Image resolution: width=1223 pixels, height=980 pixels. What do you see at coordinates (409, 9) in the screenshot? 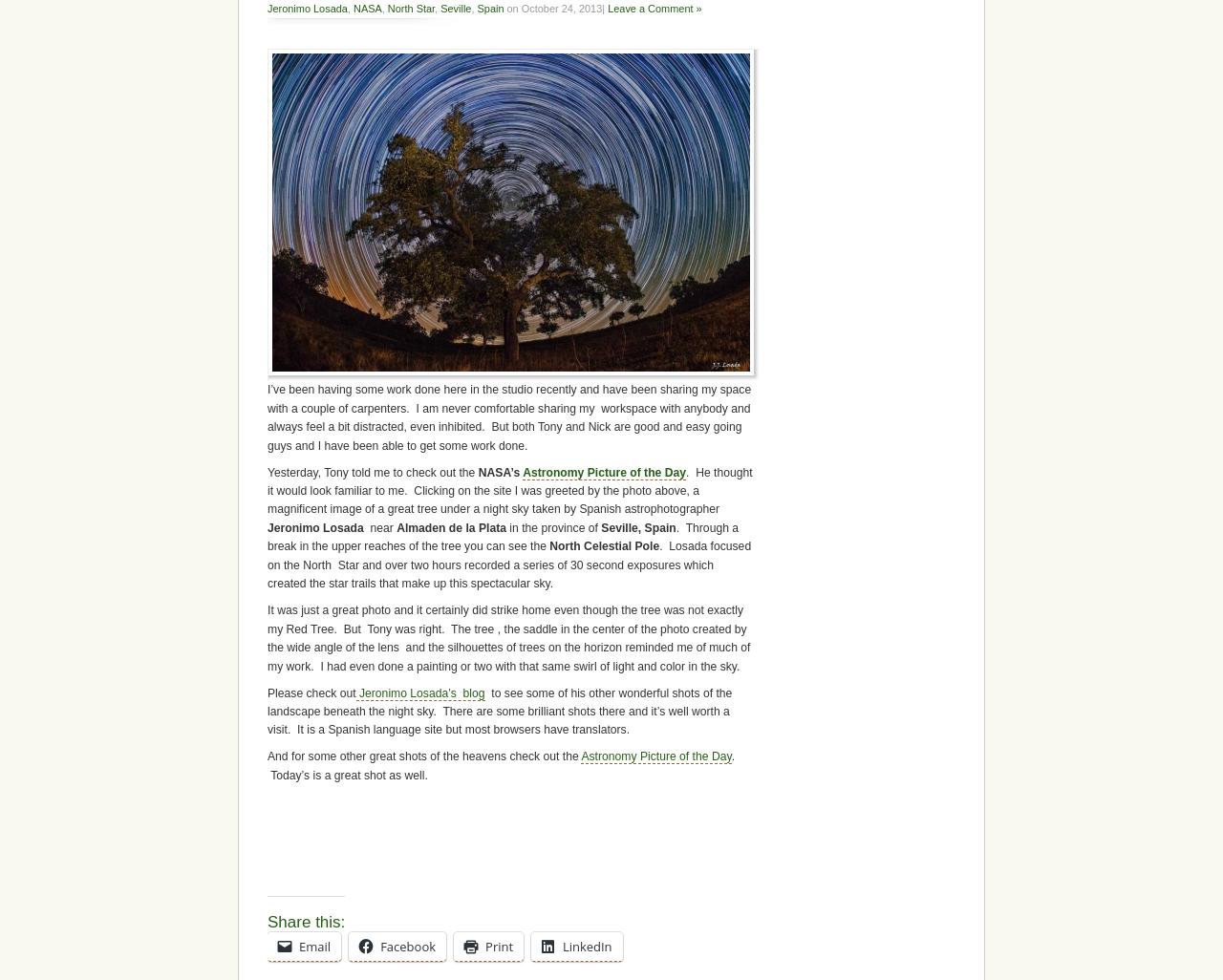
I see `'North Star'` at bounding box center [409, 9].